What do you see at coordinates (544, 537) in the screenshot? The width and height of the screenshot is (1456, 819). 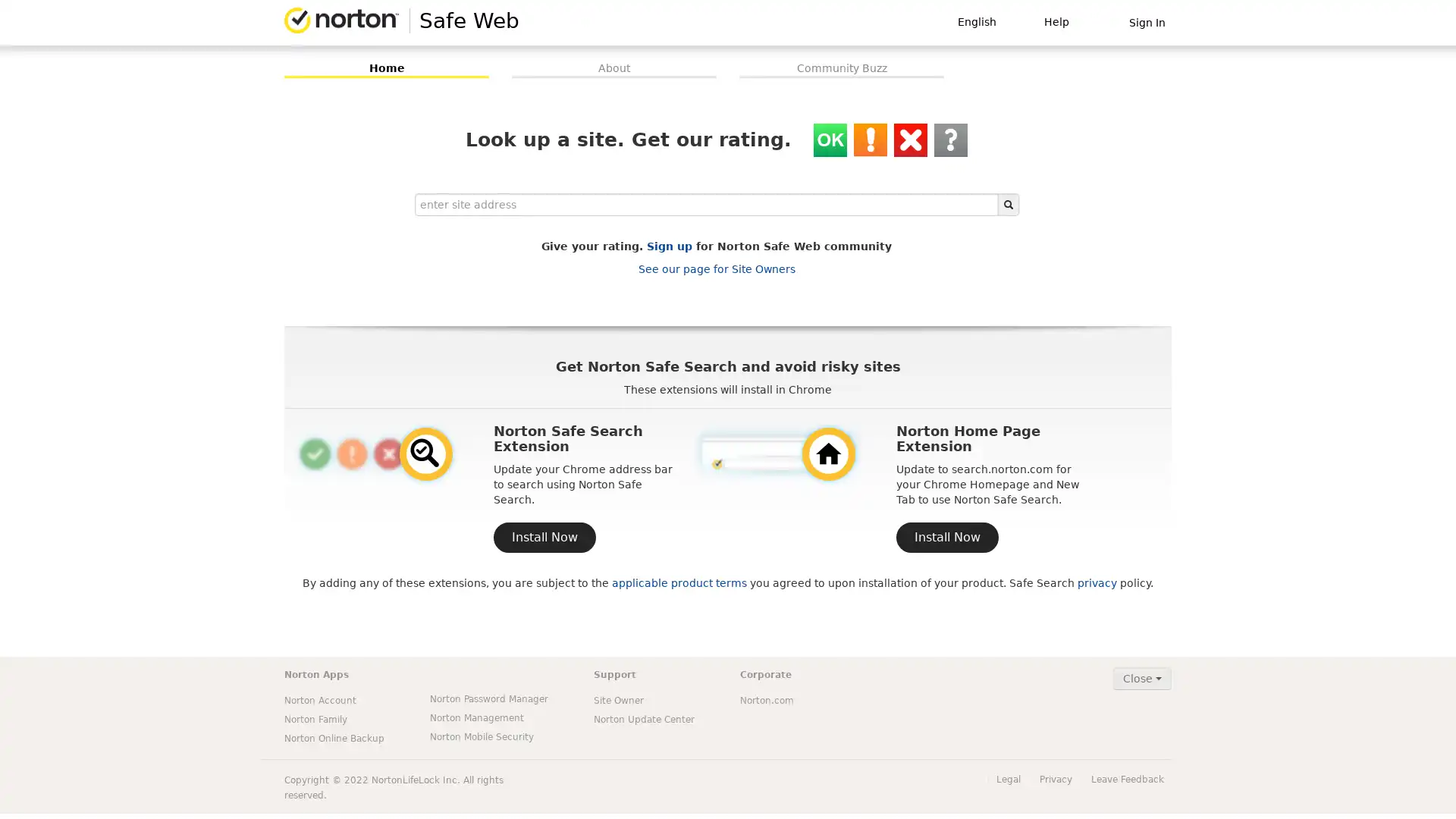 I see `Install Now` at bounding box center [544, 537].